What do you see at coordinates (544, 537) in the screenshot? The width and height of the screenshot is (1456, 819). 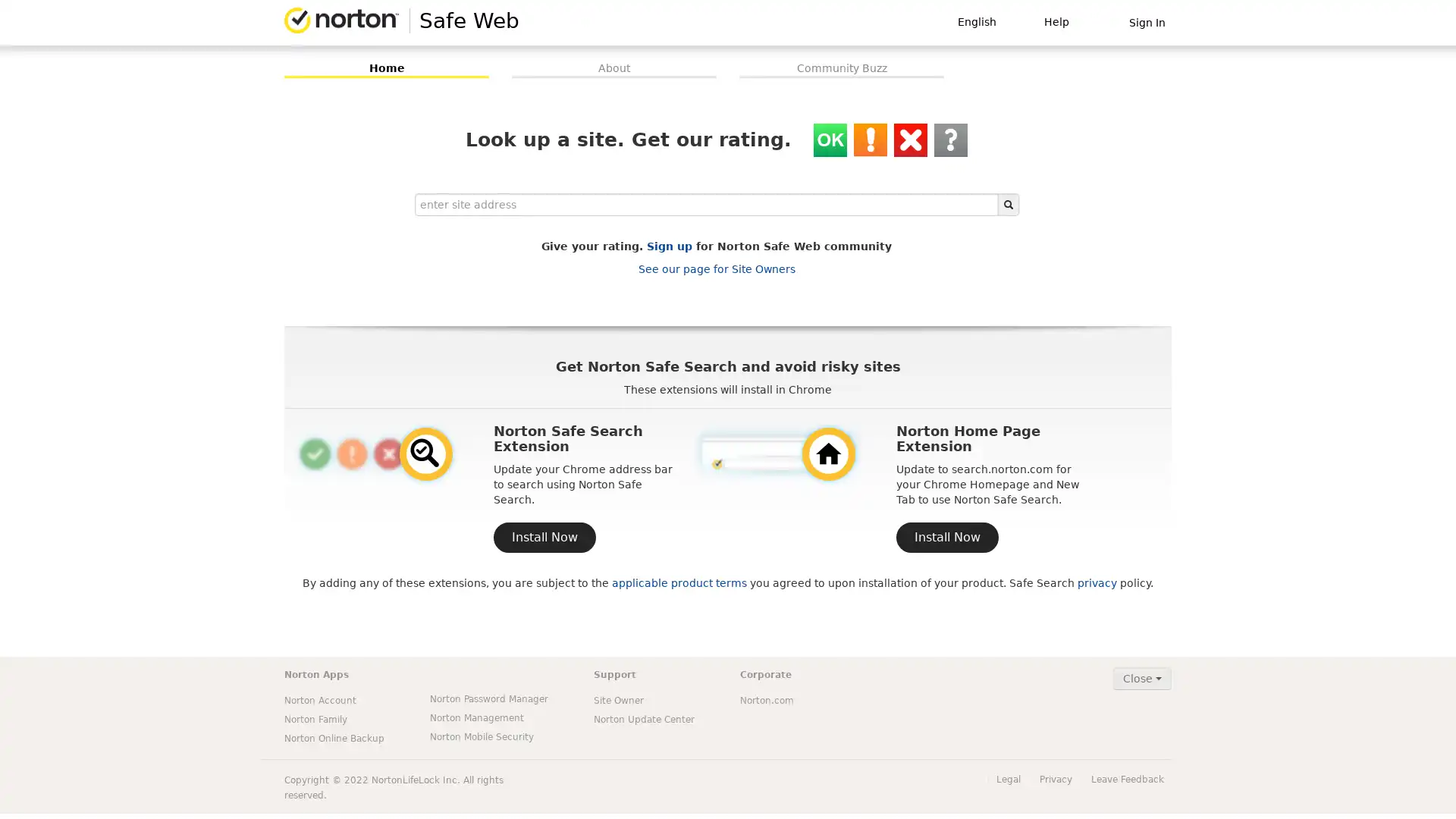 I see `Install Now` at bounding box center [544, 537].